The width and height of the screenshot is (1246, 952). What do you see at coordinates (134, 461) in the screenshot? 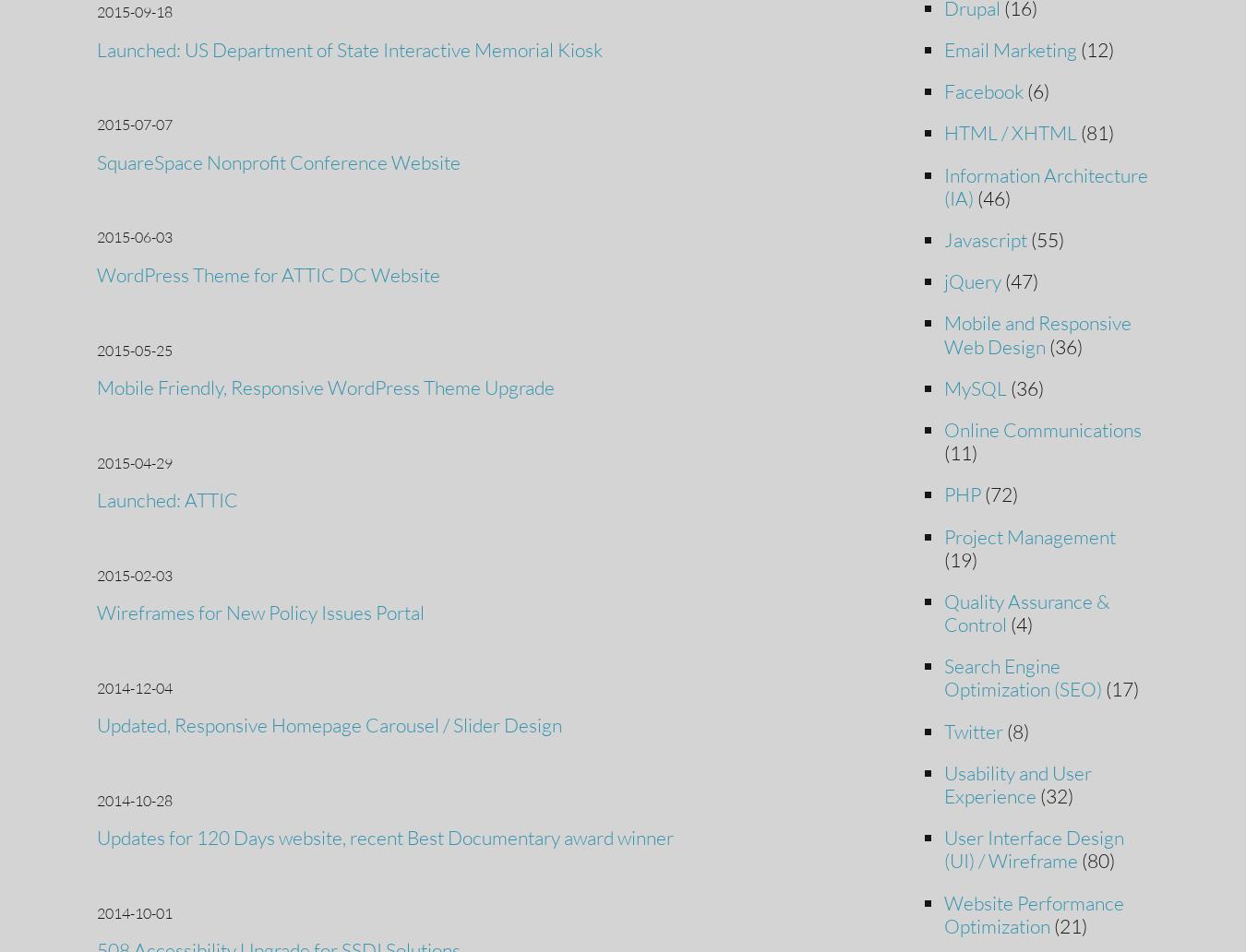
I see `'2015-04-29'` at bounding box center [134, 461].